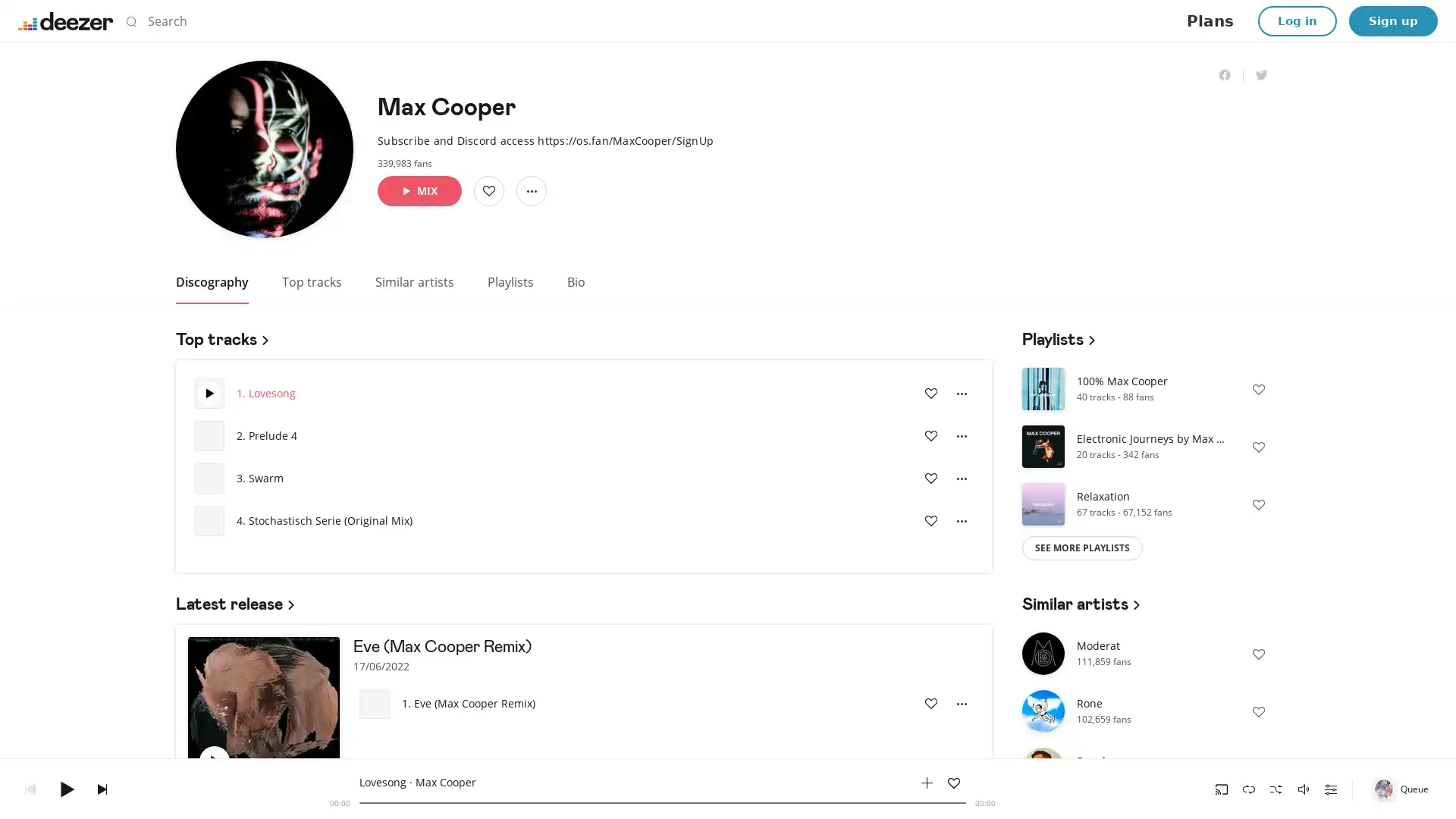 This screenshot has height=819, width=1456. Describe the element at coordinates (30, 788) in the screenshot. I see `Back` at that location.